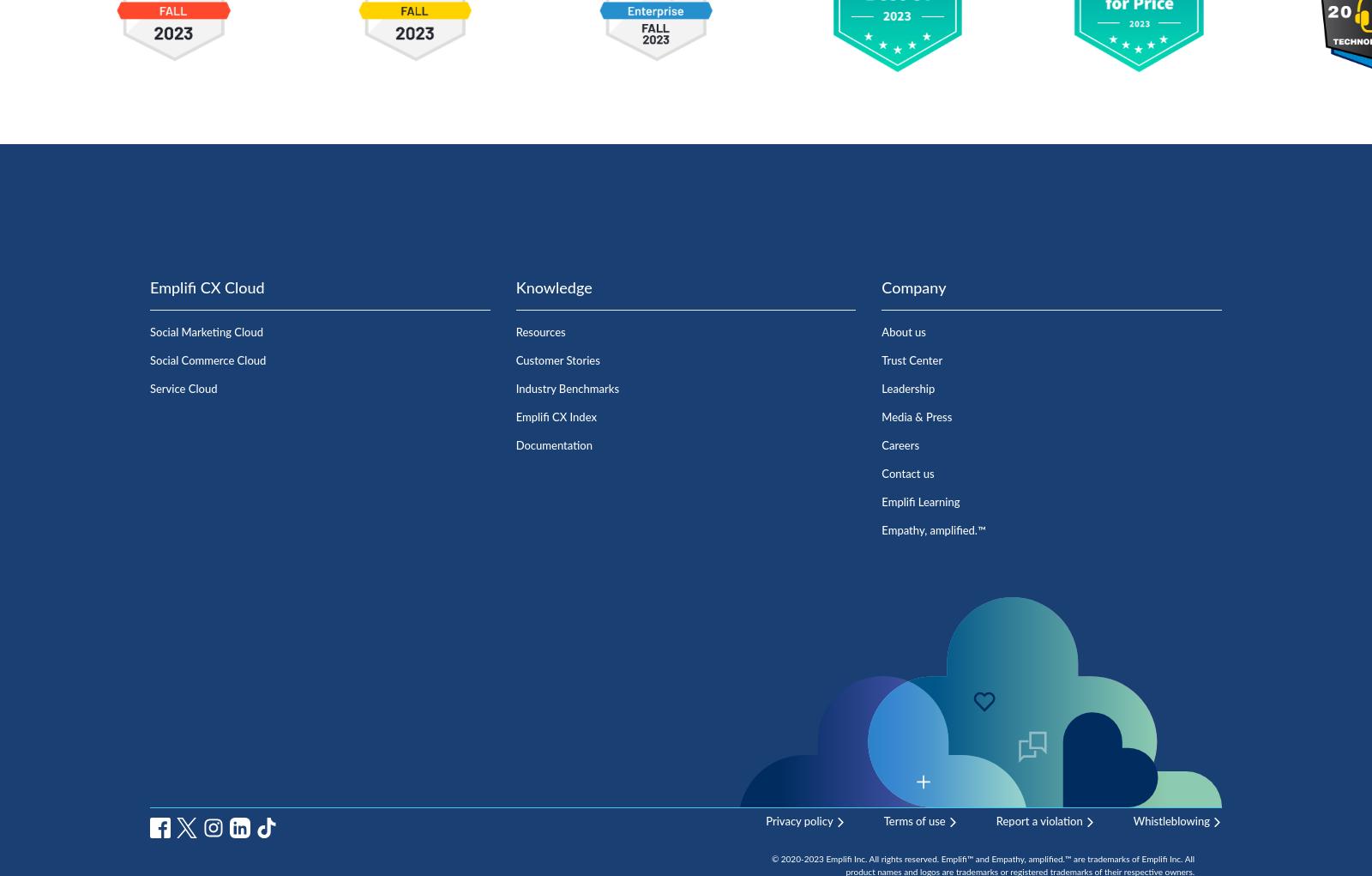  I want to click on 'About us', so click(903, 332).